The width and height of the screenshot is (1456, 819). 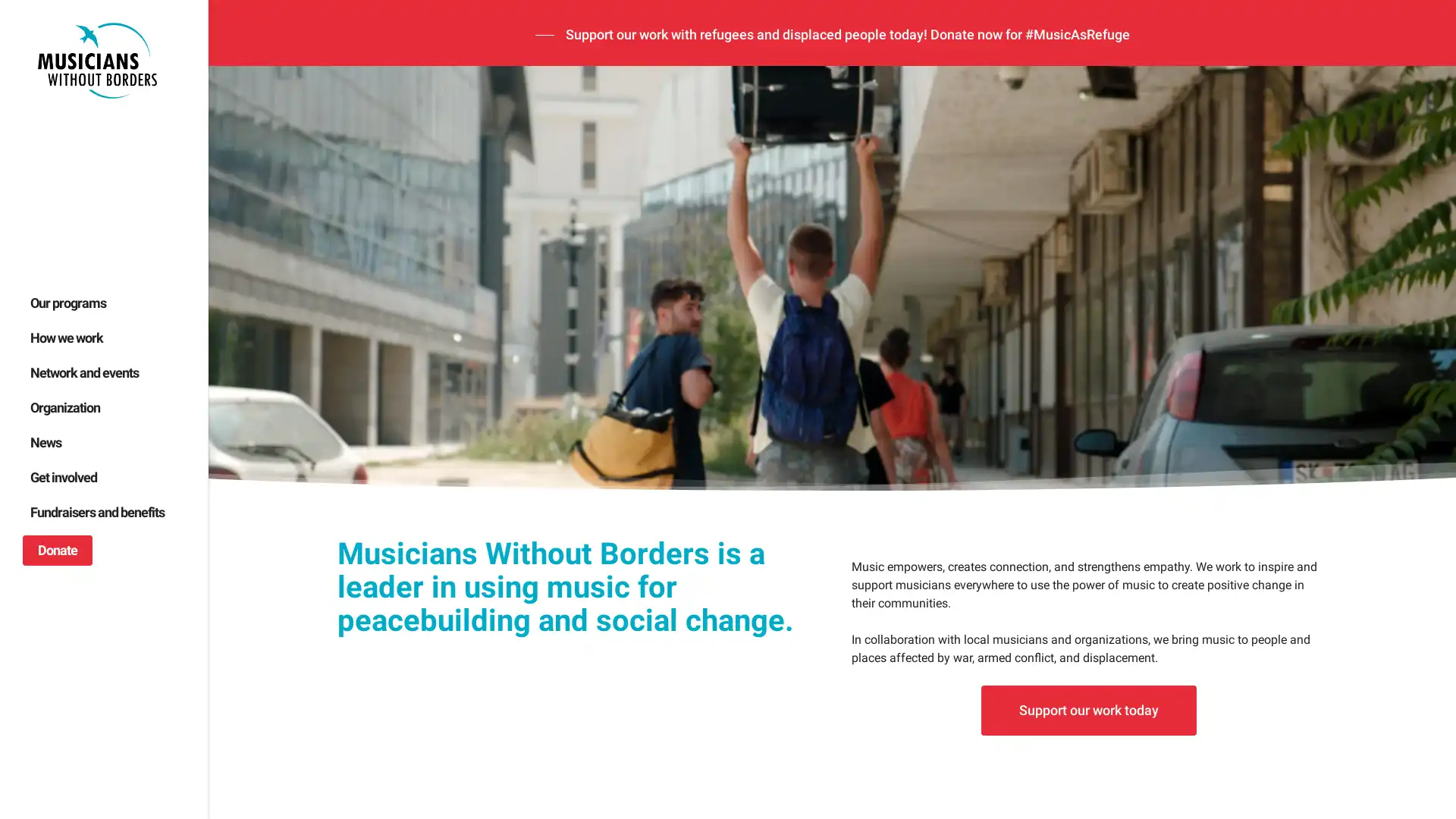 What do you see at coordinates (1371, 601) in the screenshot?
I see `enter full screen` at bounding box center [1371, 601].